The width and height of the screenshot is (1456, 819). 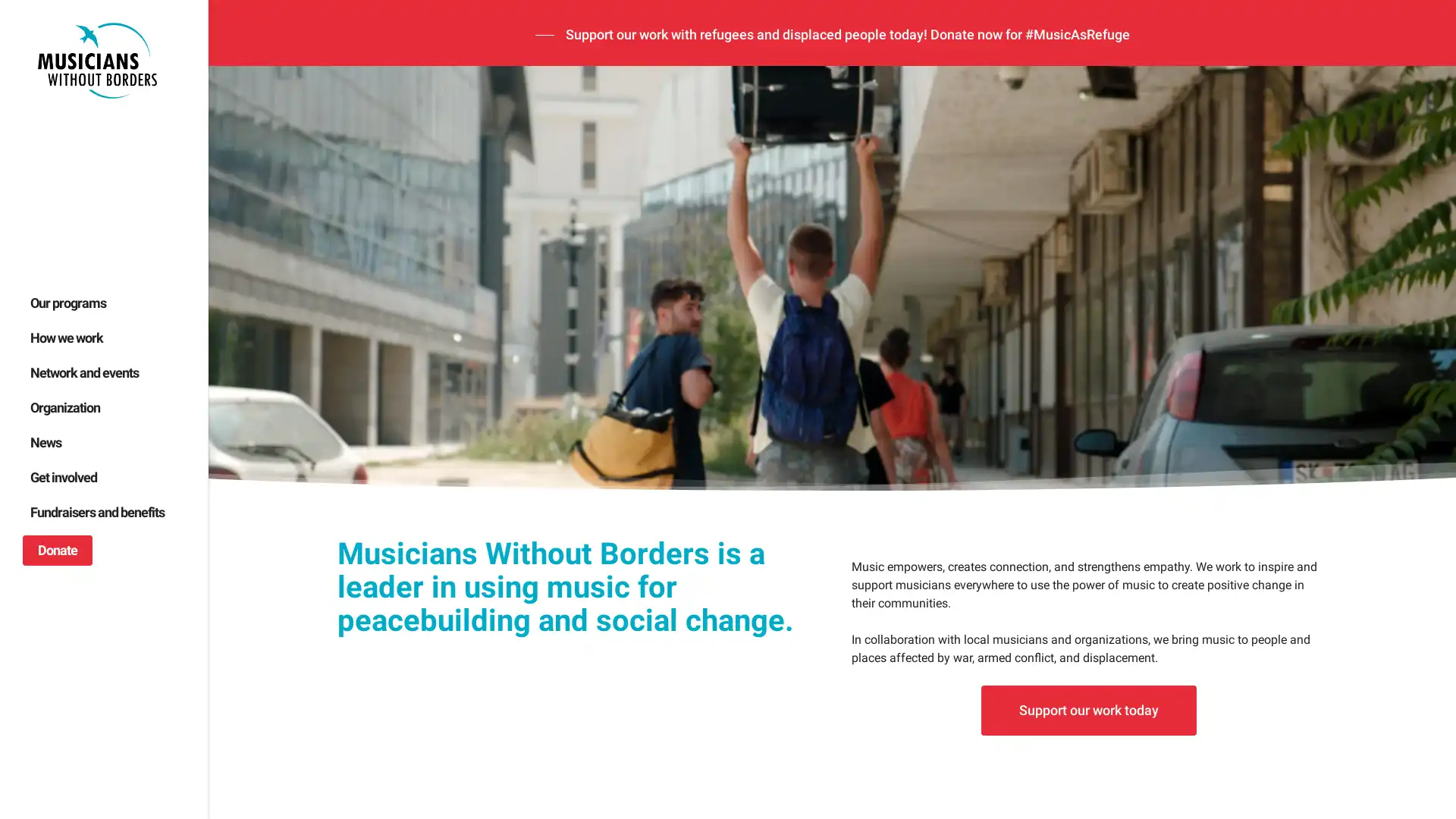 What do you see at coordinates (1371, 601) in the screenshot?
I see `enter full screen` at bounding box center [1371, 601].